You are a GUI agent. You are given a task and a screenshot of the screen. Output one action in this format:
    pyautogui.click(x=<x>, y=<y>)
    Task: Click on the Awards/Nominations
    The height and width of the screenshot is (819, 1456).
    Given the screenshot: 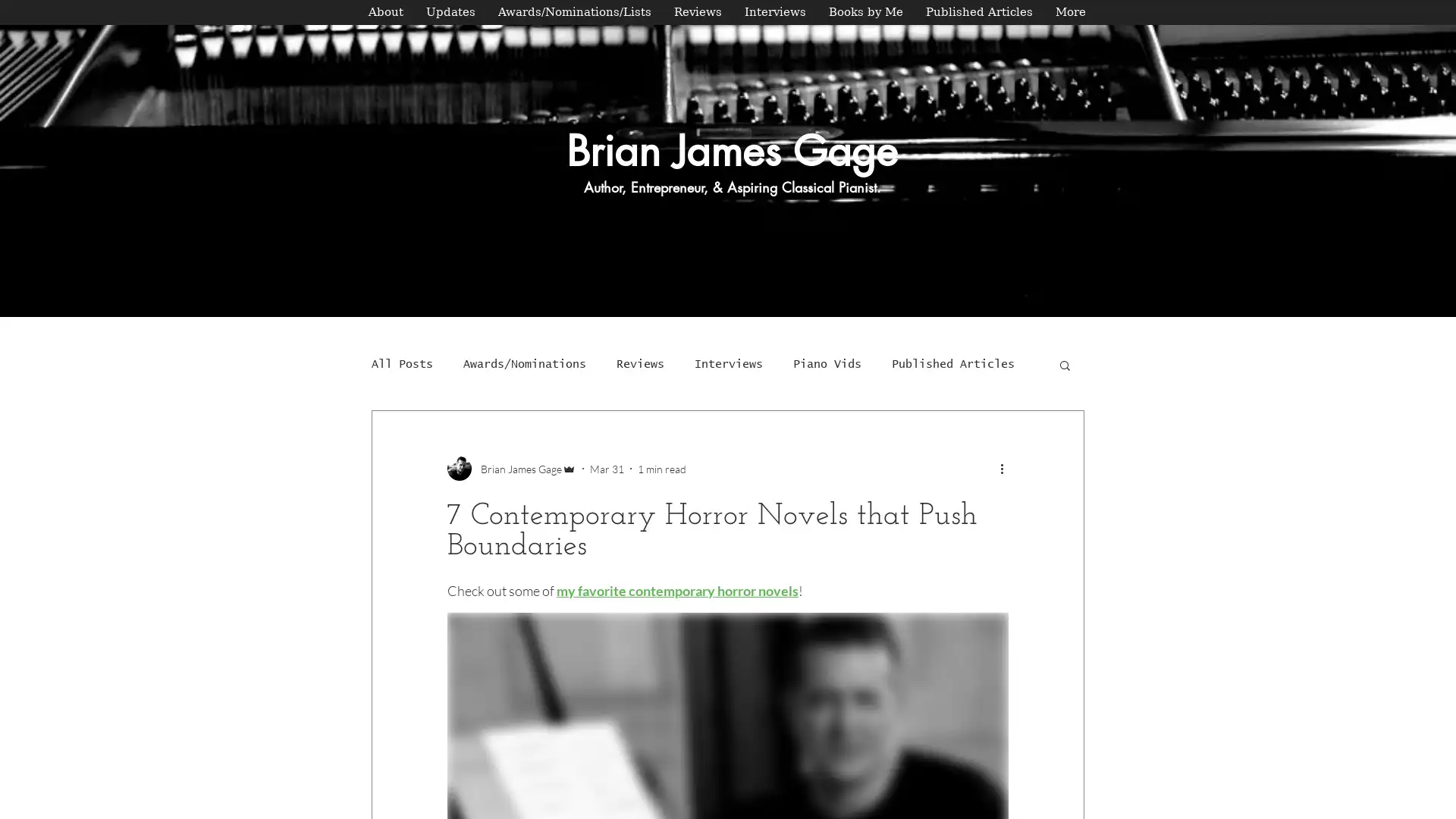 What is the action you would take?
    pyautogui.click(x=524, y=365)
    